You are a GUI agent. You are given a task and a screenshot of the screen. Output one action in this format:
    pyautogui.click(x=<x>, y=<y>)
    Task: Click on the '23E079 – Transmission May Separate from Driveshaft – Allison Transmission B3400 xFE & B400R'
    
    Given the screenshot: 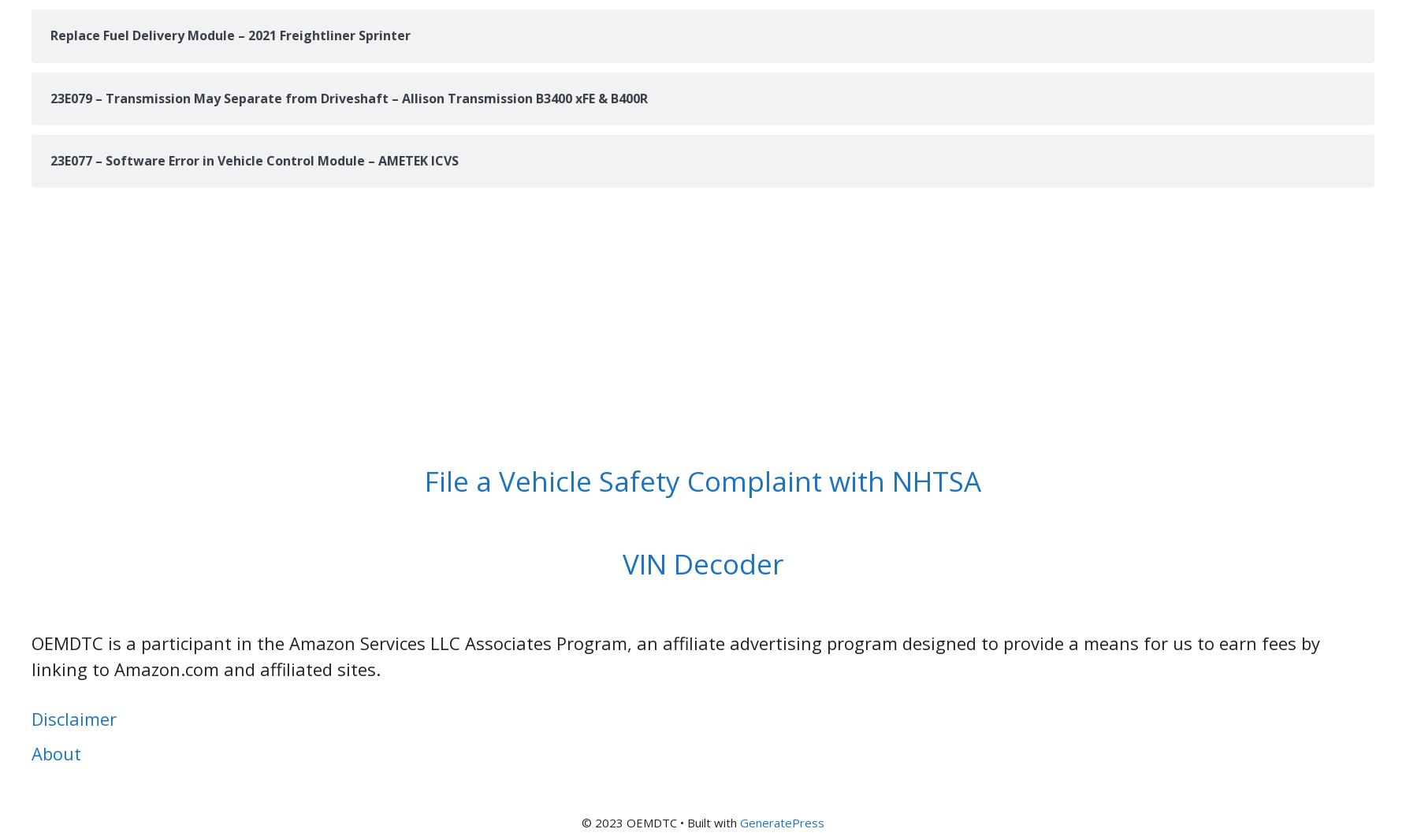 What is the action you would take?
    pyautogui.click(x=50, y=96)
    